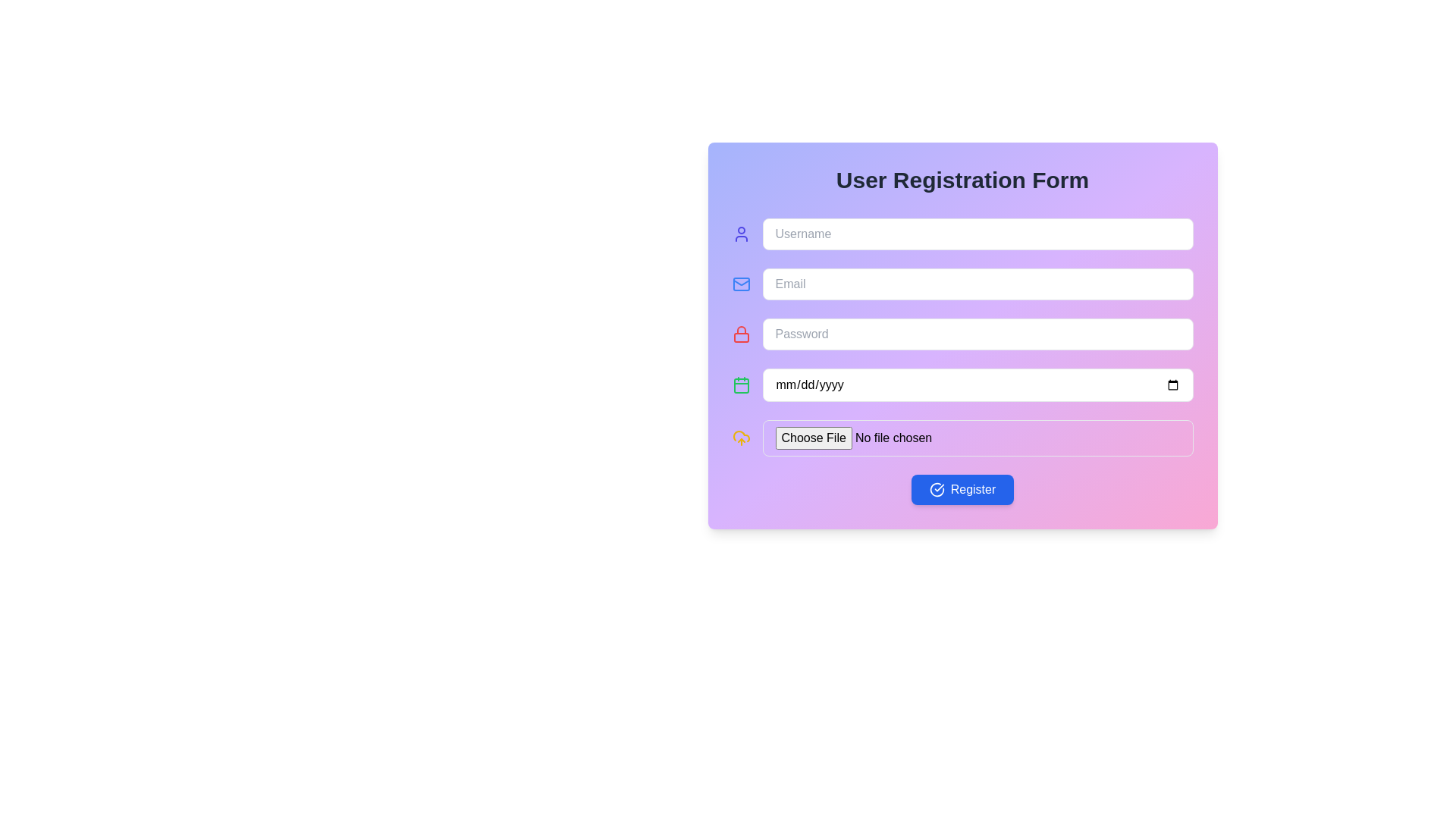  What do you see at coordinates (962, 438) in the screenshot?
I see `the file input field that is the sixth in the form, located below the date input field and above the registration button` at bounding box center [962, 438].